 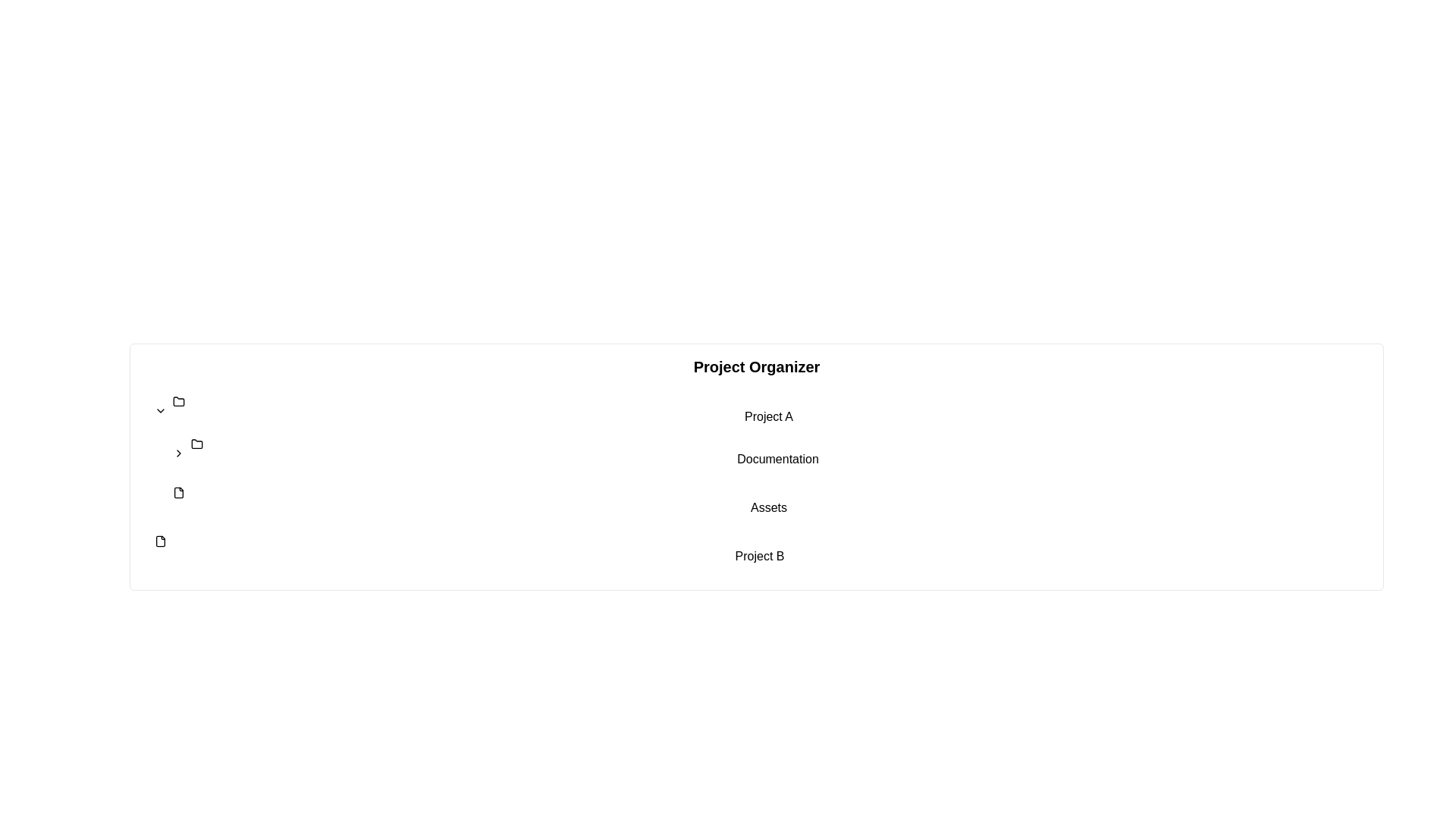 What do you see at coordinates (196, 444) in the screenshot?
I see `the folder icon styled with a flat 2D line design` at bounding box center [196, 444].